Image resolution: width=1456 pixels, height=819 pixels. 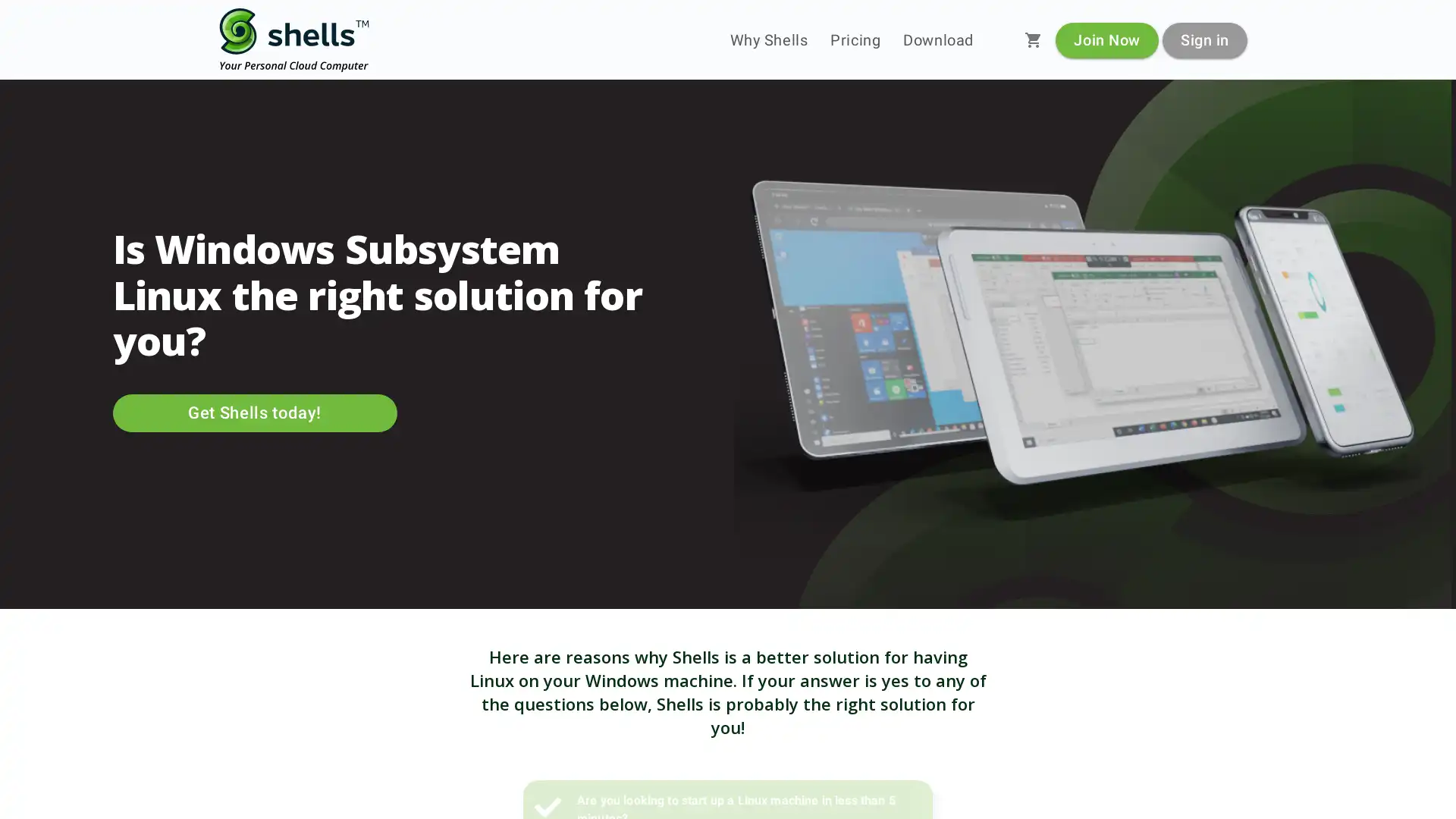 I want to click on Join Now, so click(x=1106, y=39).